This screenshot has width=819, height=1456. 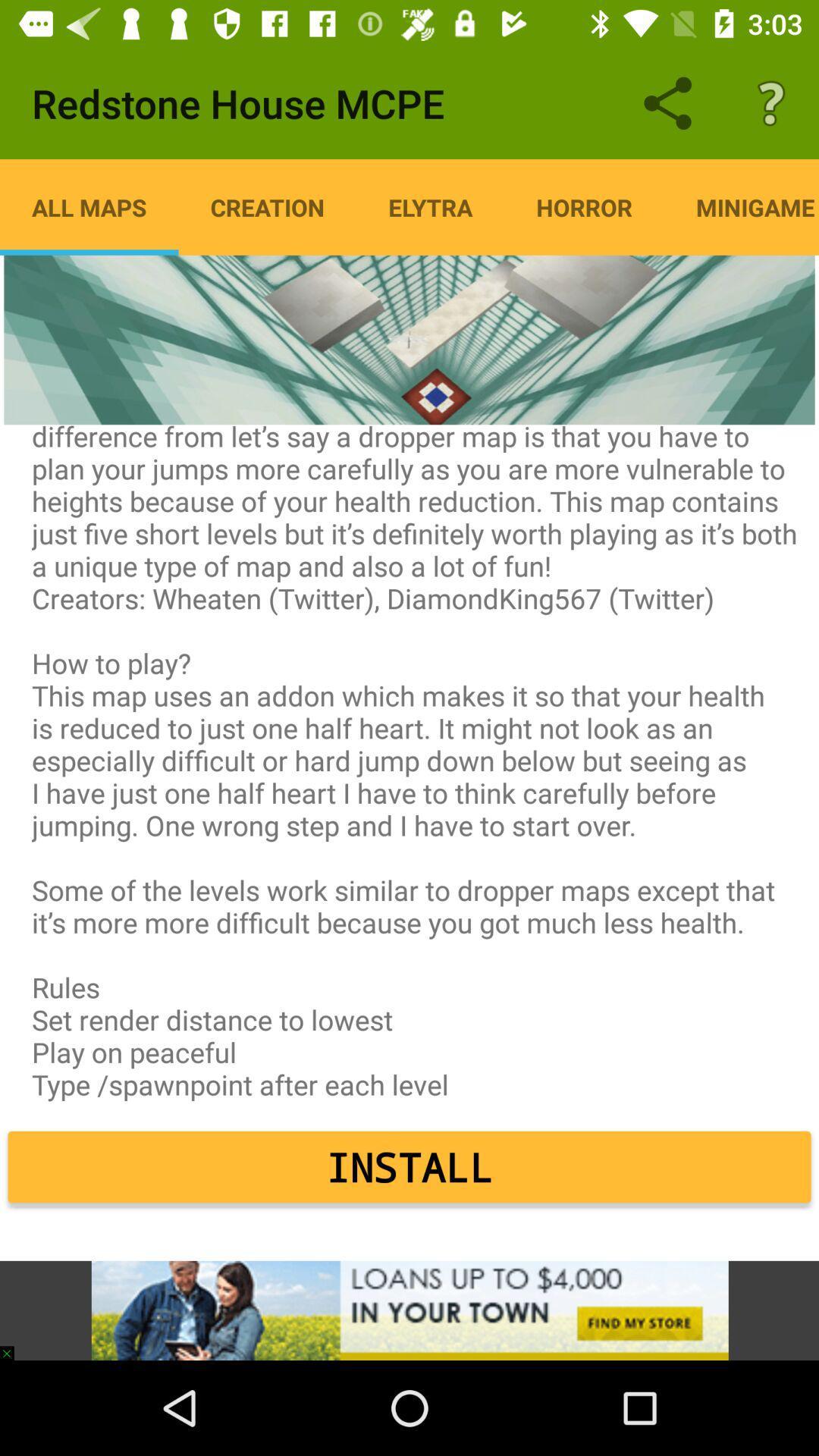 What do you see at coordinates (771, 102) in the screenshot?
I see `item above minigame app` at bounding box center [771, 102].